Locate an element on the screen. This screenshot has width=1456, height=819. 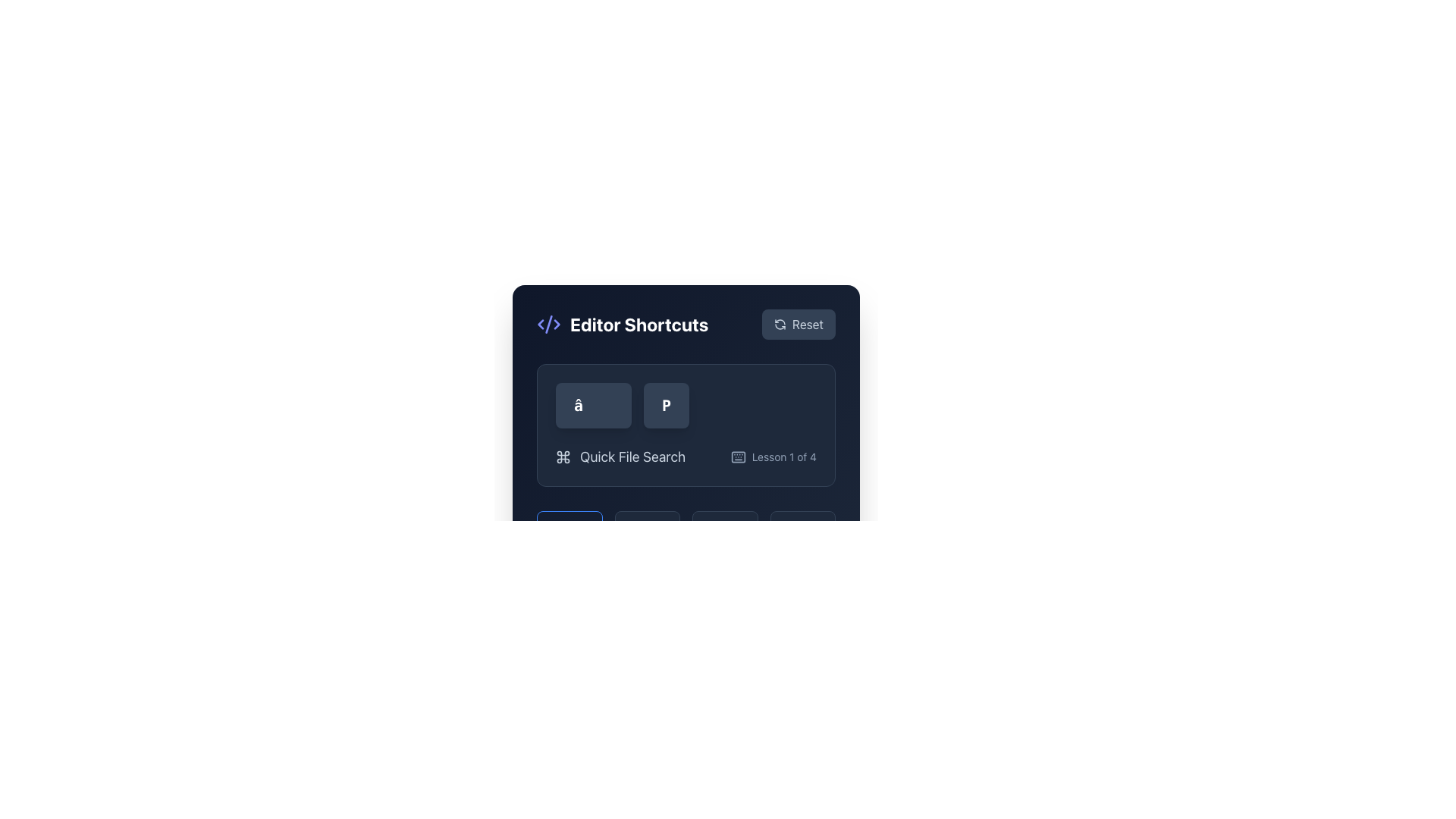
the 'Editor Shortcuts' text label, which serves as a title indicating the section for editor shortcuts, positioned slightly to the right of a code icon is located at coordinates (639, 324).